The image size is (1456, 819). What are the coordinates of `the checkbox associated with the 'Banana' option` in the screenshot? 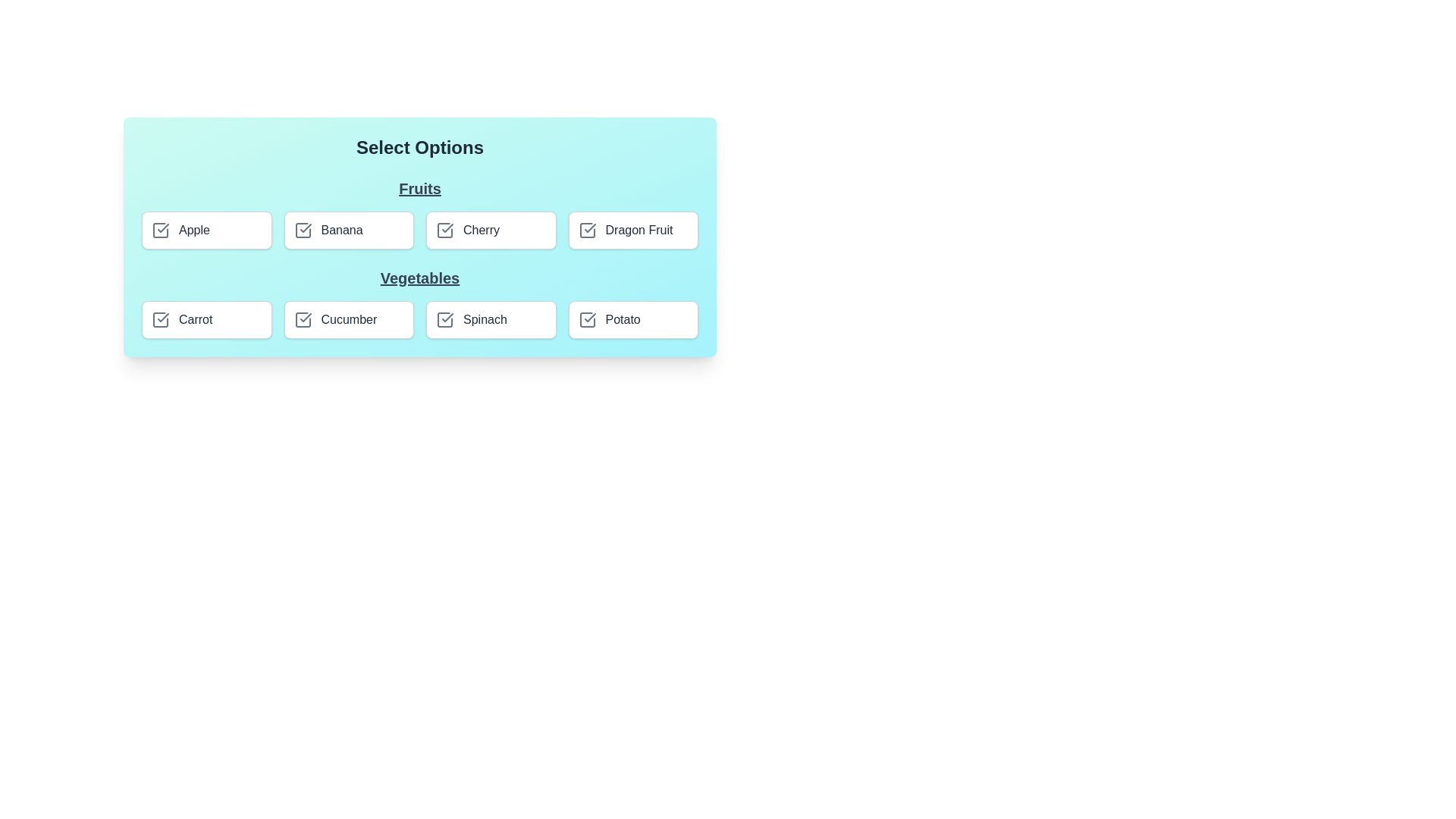 It's located at (305, 227).